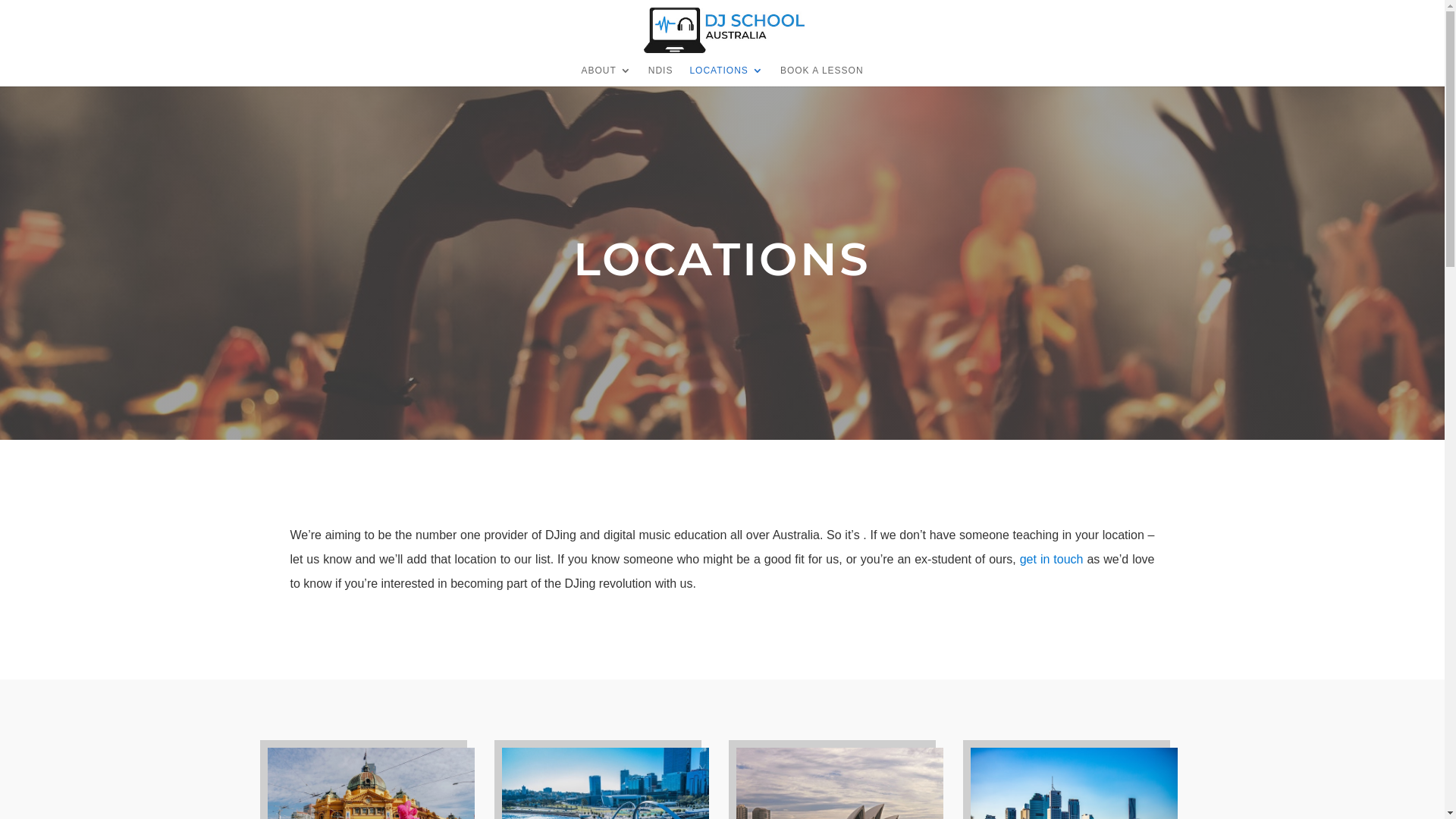 Image resolution: width=1456 pixels, height=819 pixels. Describe the element at coordinates (661, 76) in the screenshot. I see `'NDIS'` at that location.